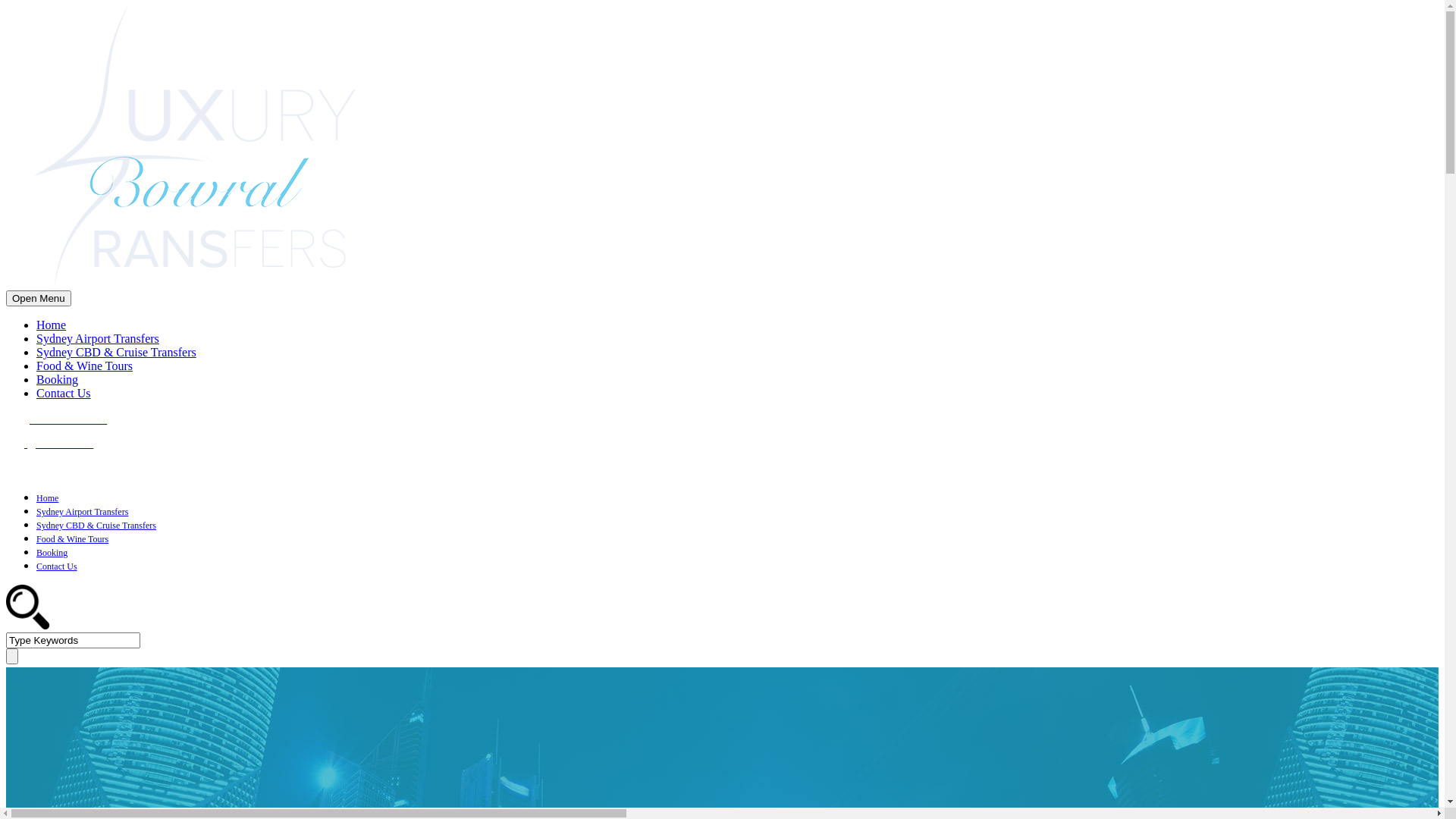  What do you see at coordinates (51, 324) in the screenshot?
I see `'Home'` at bounding box center [51, 324].